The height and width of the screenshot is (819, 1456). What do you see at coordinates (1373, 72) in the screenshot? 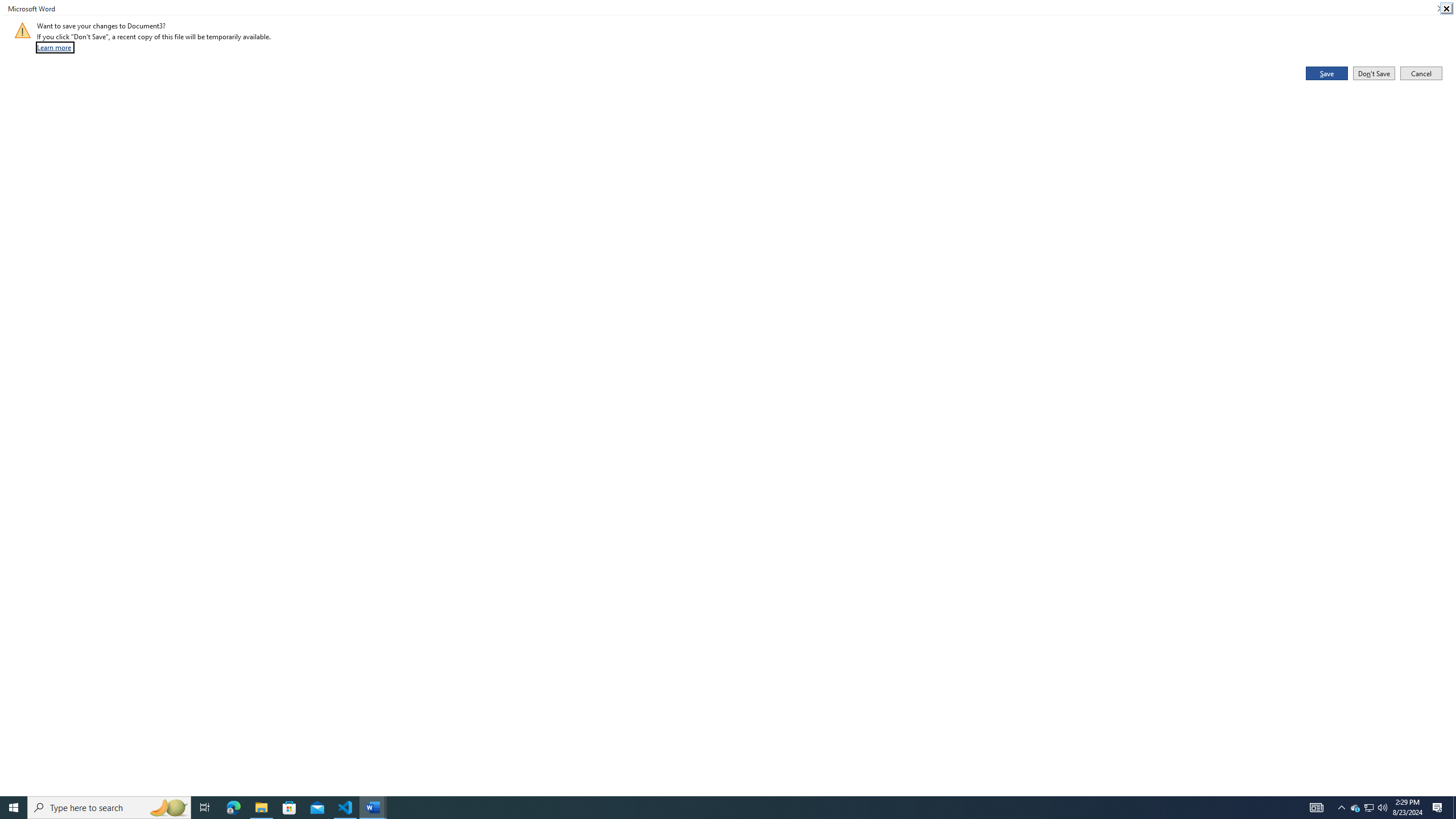
I see `'Don'` at bounding box center [1373, 72].